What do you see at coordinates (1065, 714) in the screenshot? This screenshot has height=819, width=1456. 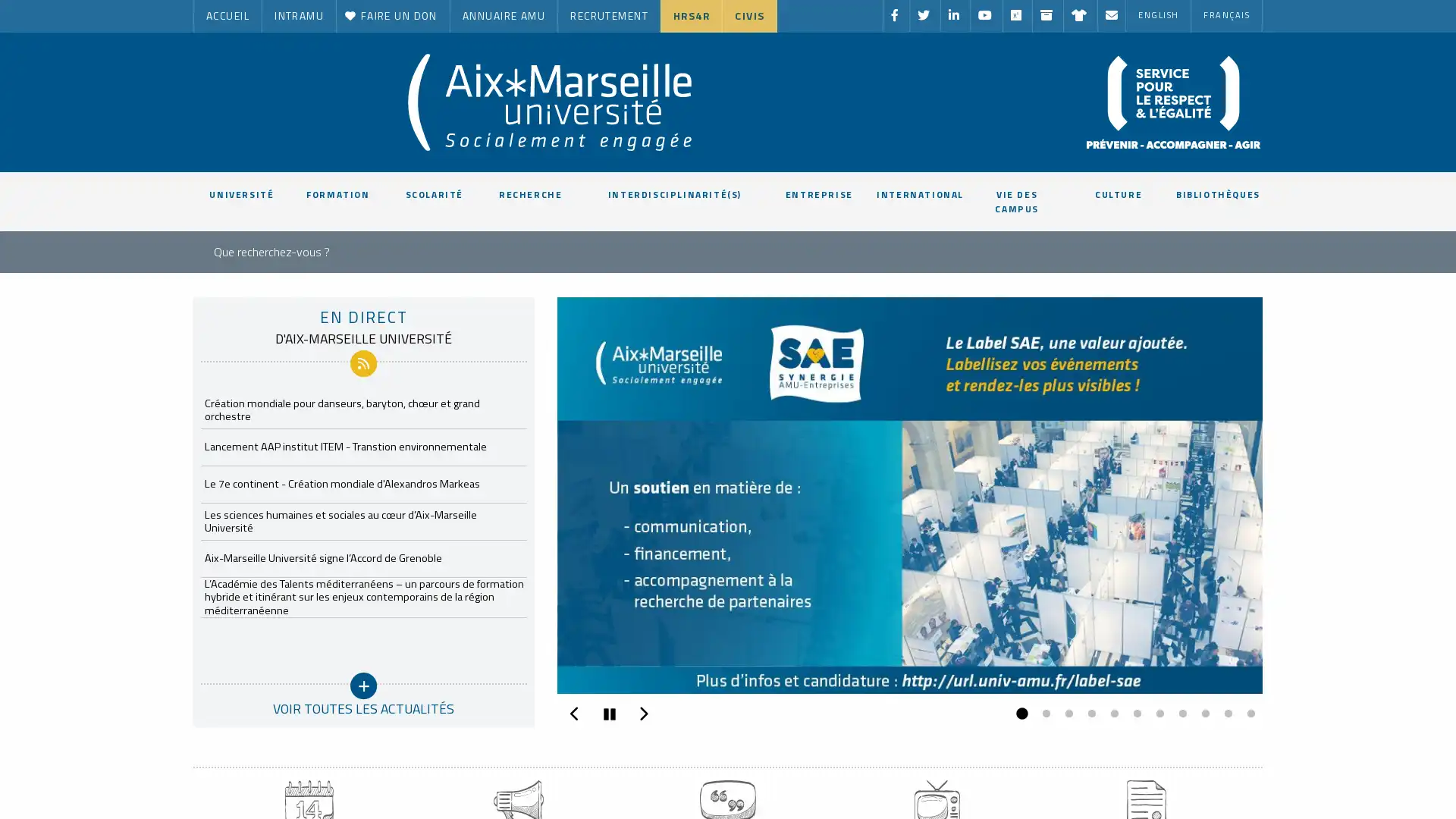 I see `Go to slide 3` at bounding box center [1065, 714].